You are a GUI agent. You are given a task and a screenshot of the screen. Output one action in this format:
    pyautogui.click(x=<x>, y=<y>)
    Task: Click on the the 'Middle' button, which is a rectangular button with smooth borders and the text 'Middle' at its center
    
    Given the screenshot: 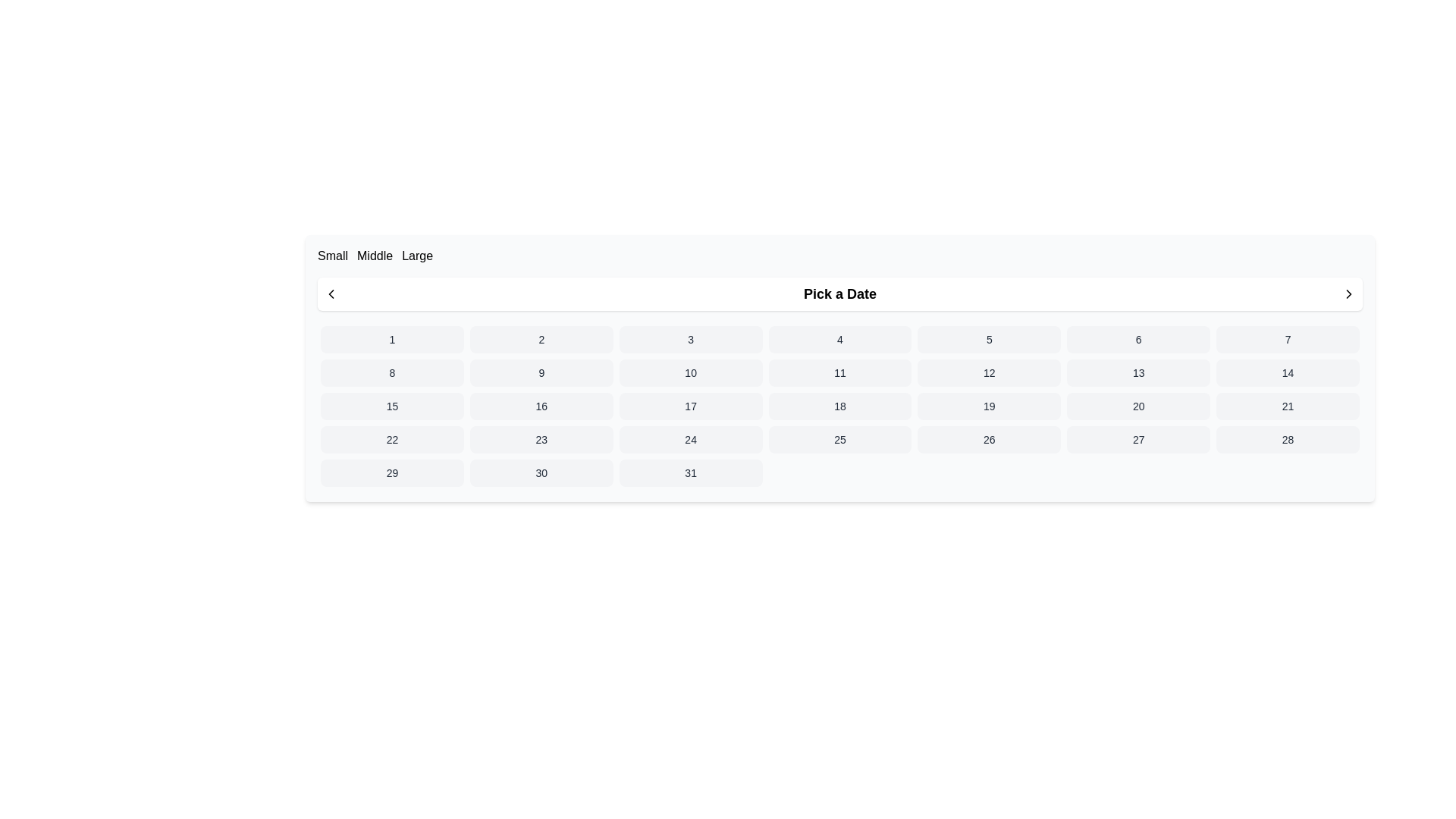 What is the action you would take?
    pyautogui.click(x=375, y=256)
    